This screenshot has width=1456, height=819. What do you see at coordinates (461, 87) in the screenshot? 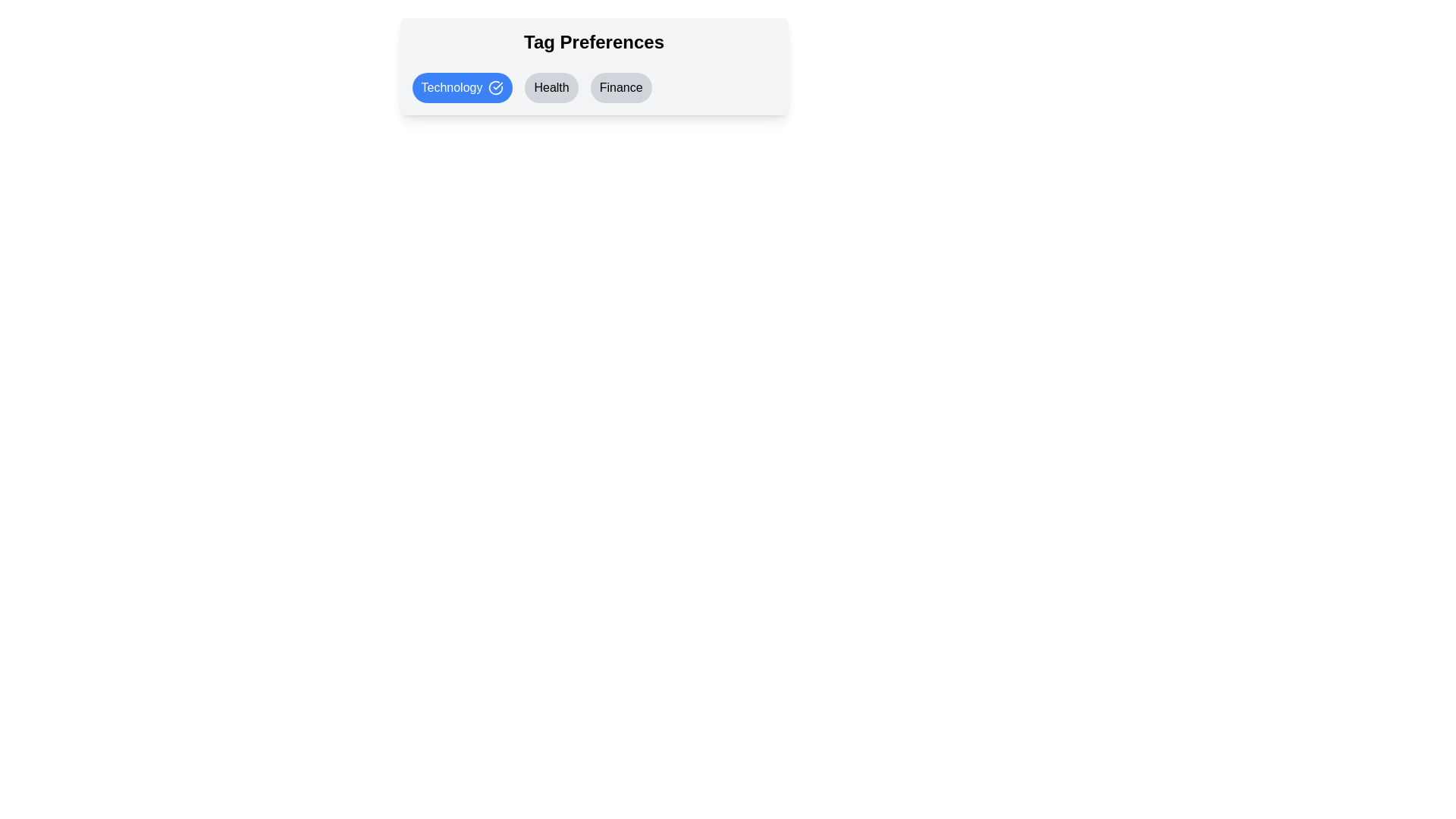
I see `the tag labeled Technology` at bounding box center [461, 87].